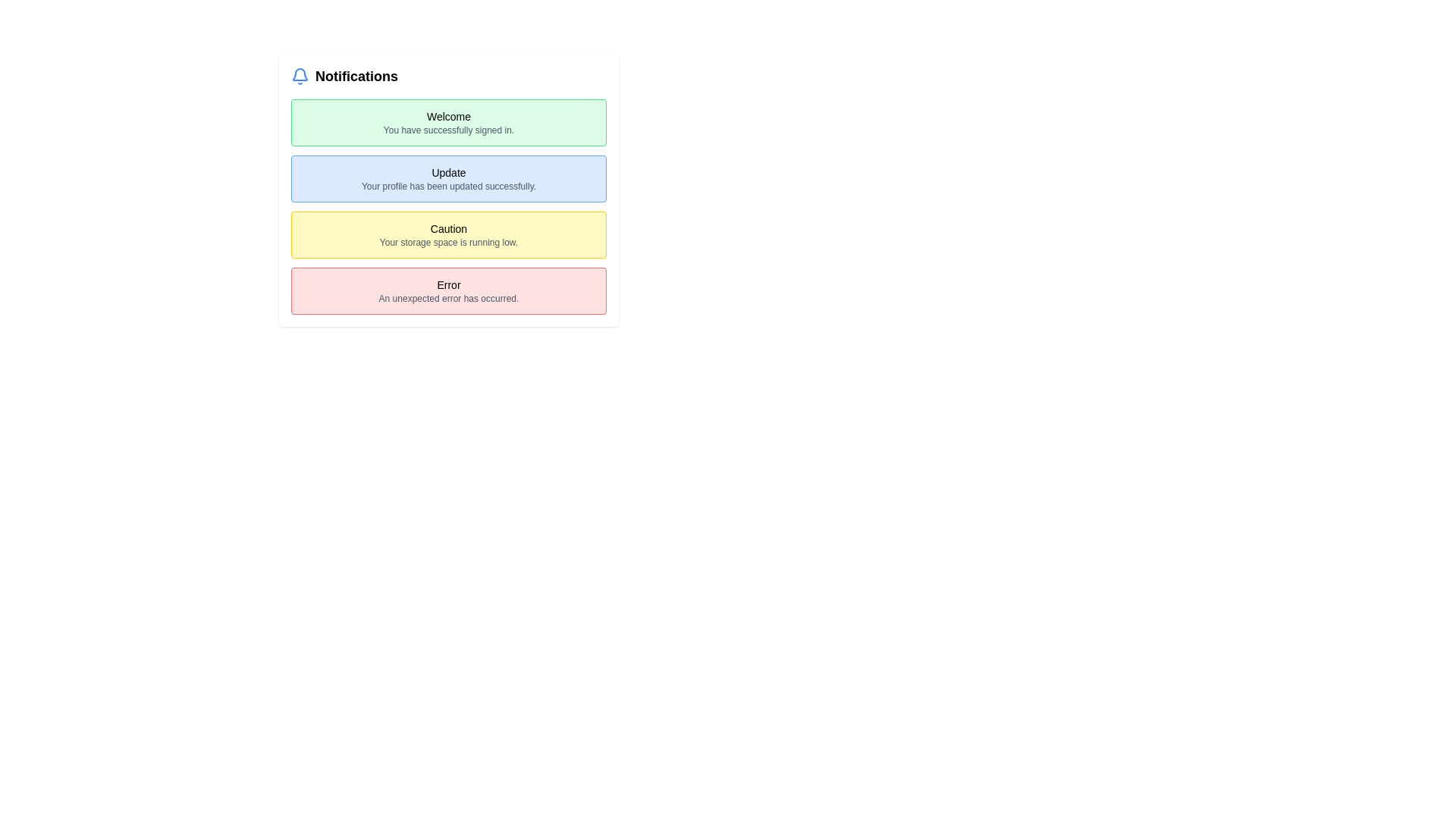  I want to click on the Notification box that informs the user of a successful profile update, positioned between a green 'Welcome' box and a yellow 'Caution' box, so click(447, 177).